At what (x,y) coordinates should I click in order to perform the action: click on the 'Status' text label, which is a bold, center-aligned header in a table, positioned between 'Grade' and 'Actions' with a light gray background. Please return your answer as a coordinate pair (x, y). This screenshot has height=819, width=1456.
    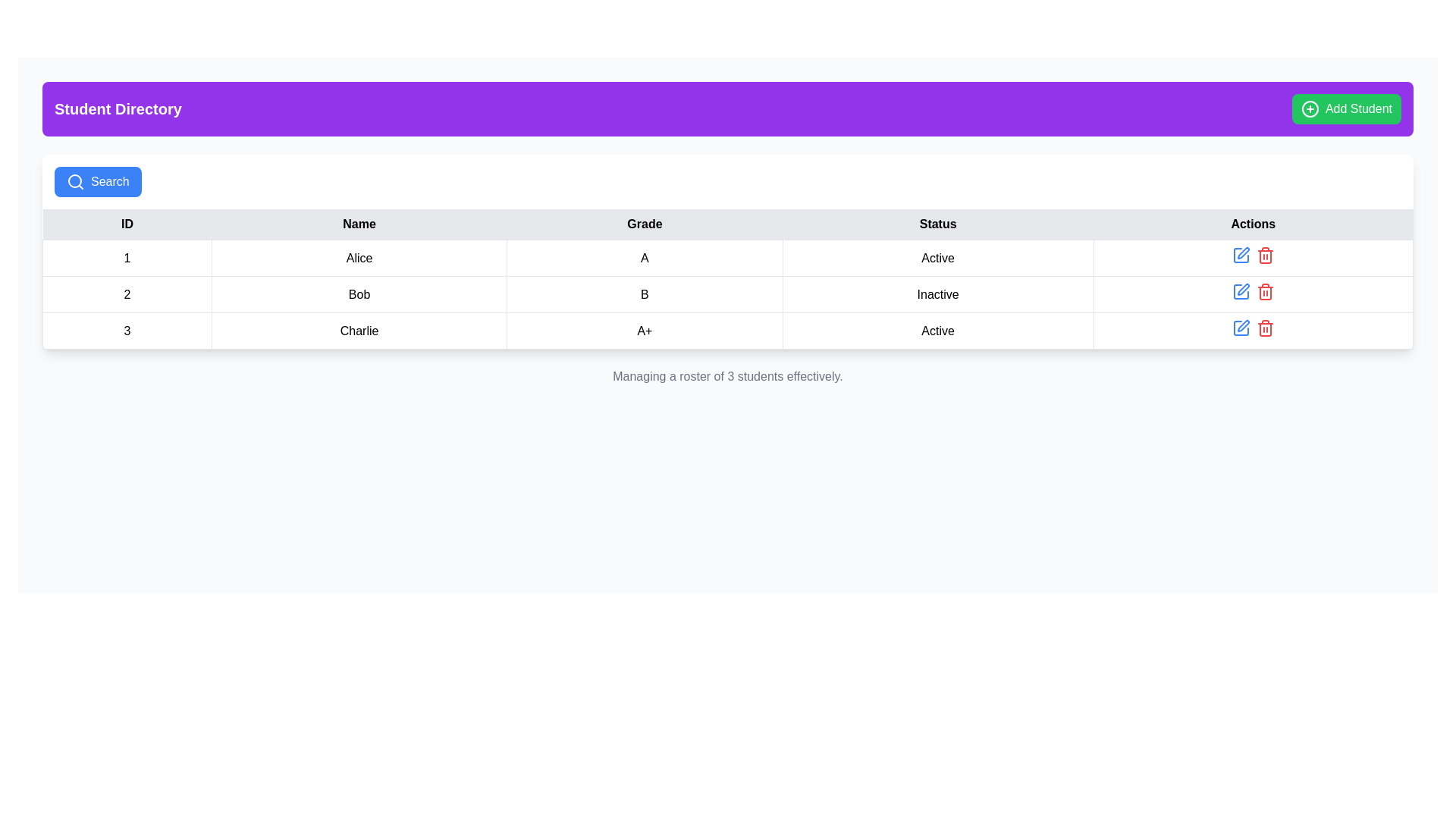
    Looking at the image, I should click on (937, 224).